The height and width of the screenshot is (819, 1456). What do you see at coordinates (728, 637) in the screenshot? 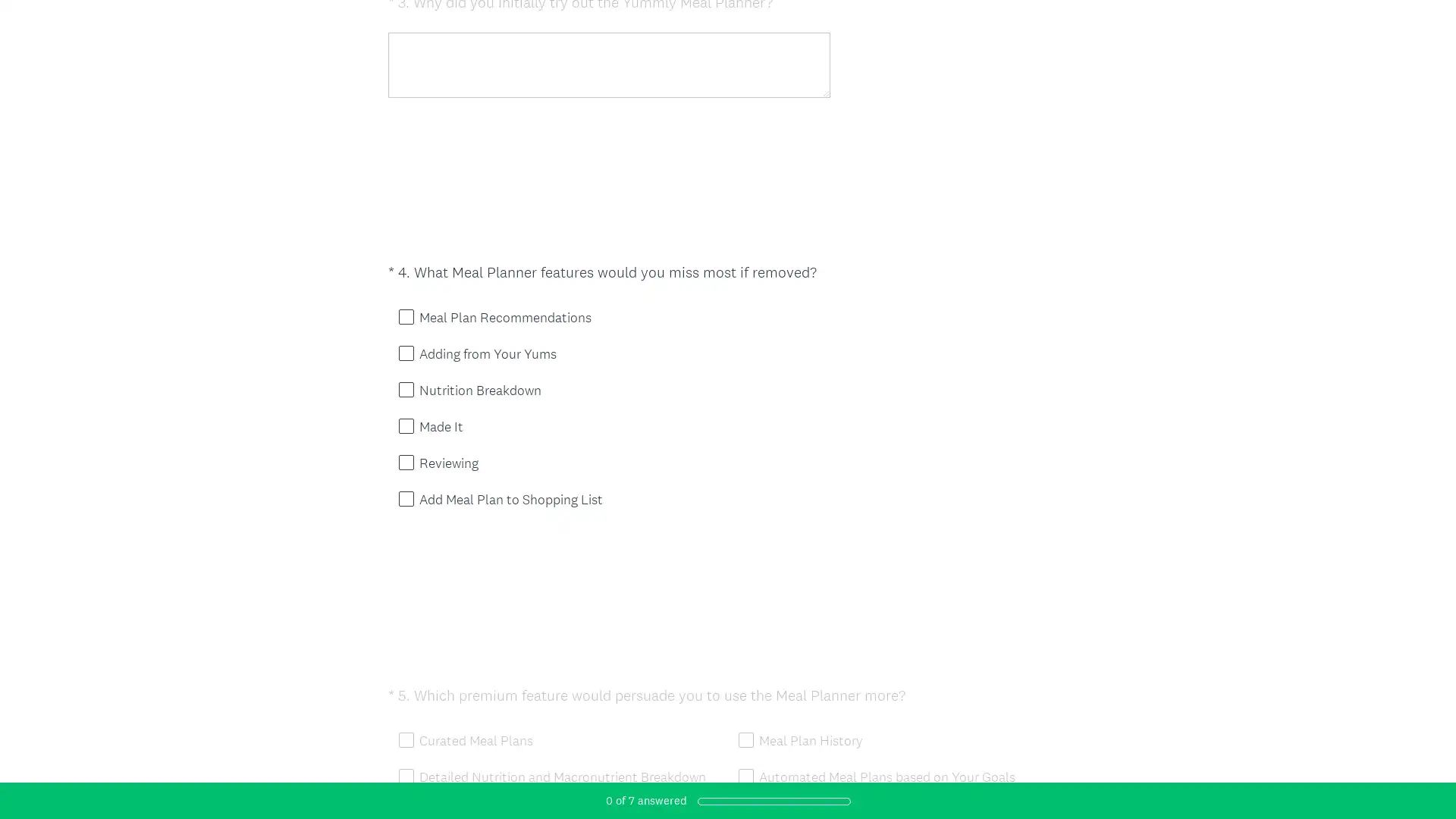
I see `DONE` at bounding box center [728, 637].